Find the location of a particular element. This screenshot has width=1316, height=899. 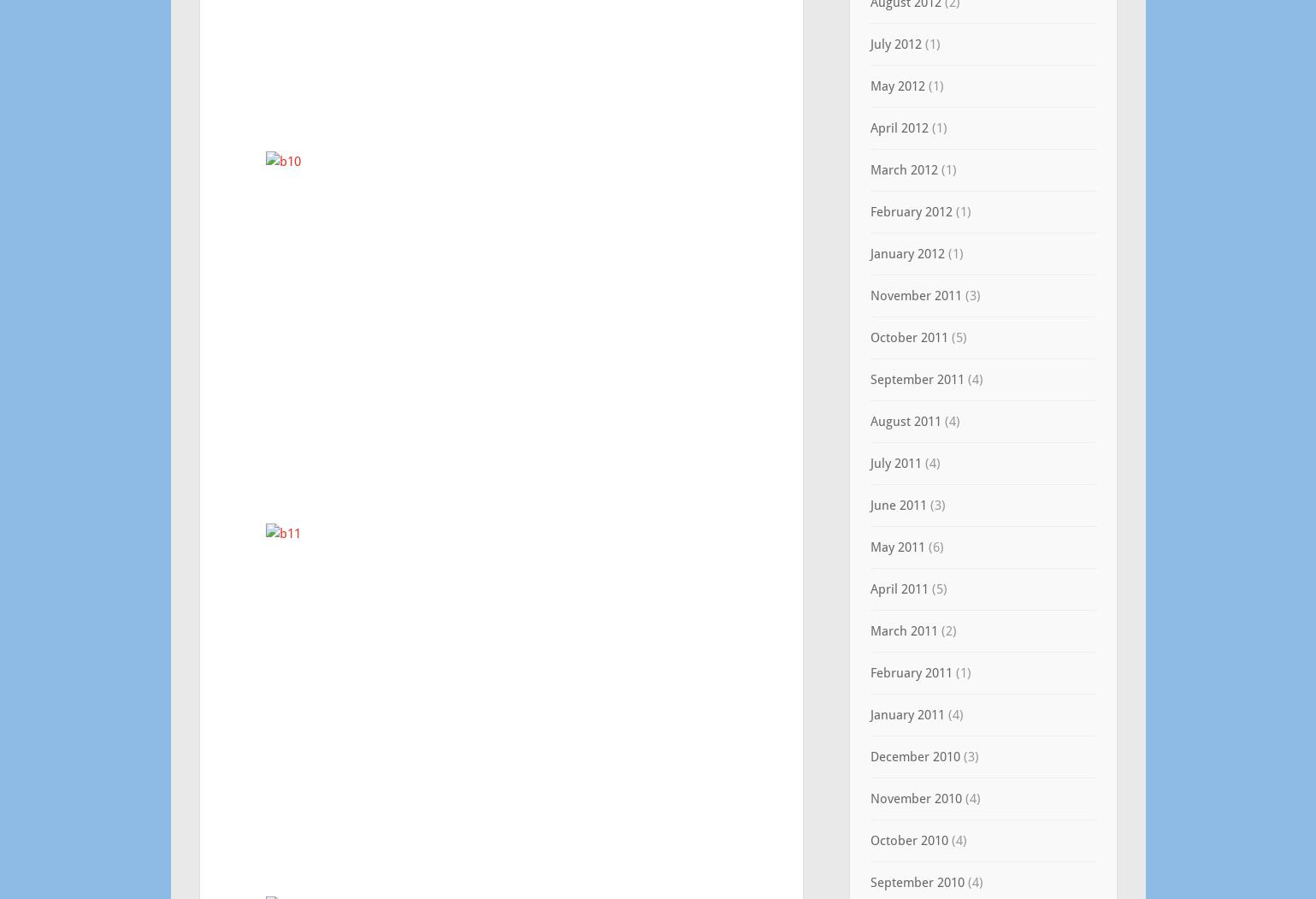

'September 2010' is located at coordinates (916, 881).